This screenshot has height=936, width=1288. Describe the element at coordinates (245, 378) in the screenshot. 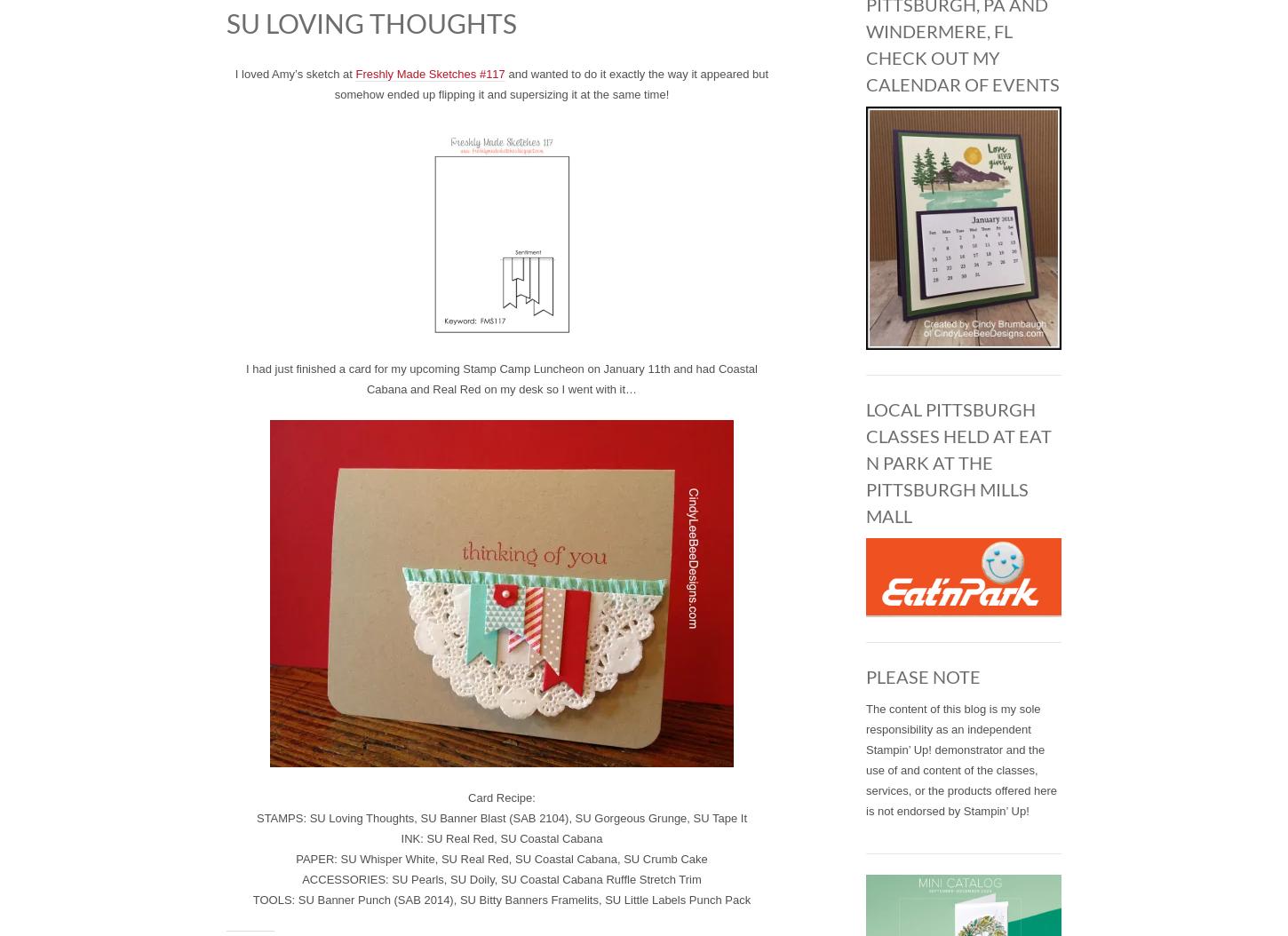

I see `'I had just finished a card for my upcoming Stamp Camp Luncheon on January 11th and had Coastal Cabana and Real Red on my desk so I went with it…'` at that location.